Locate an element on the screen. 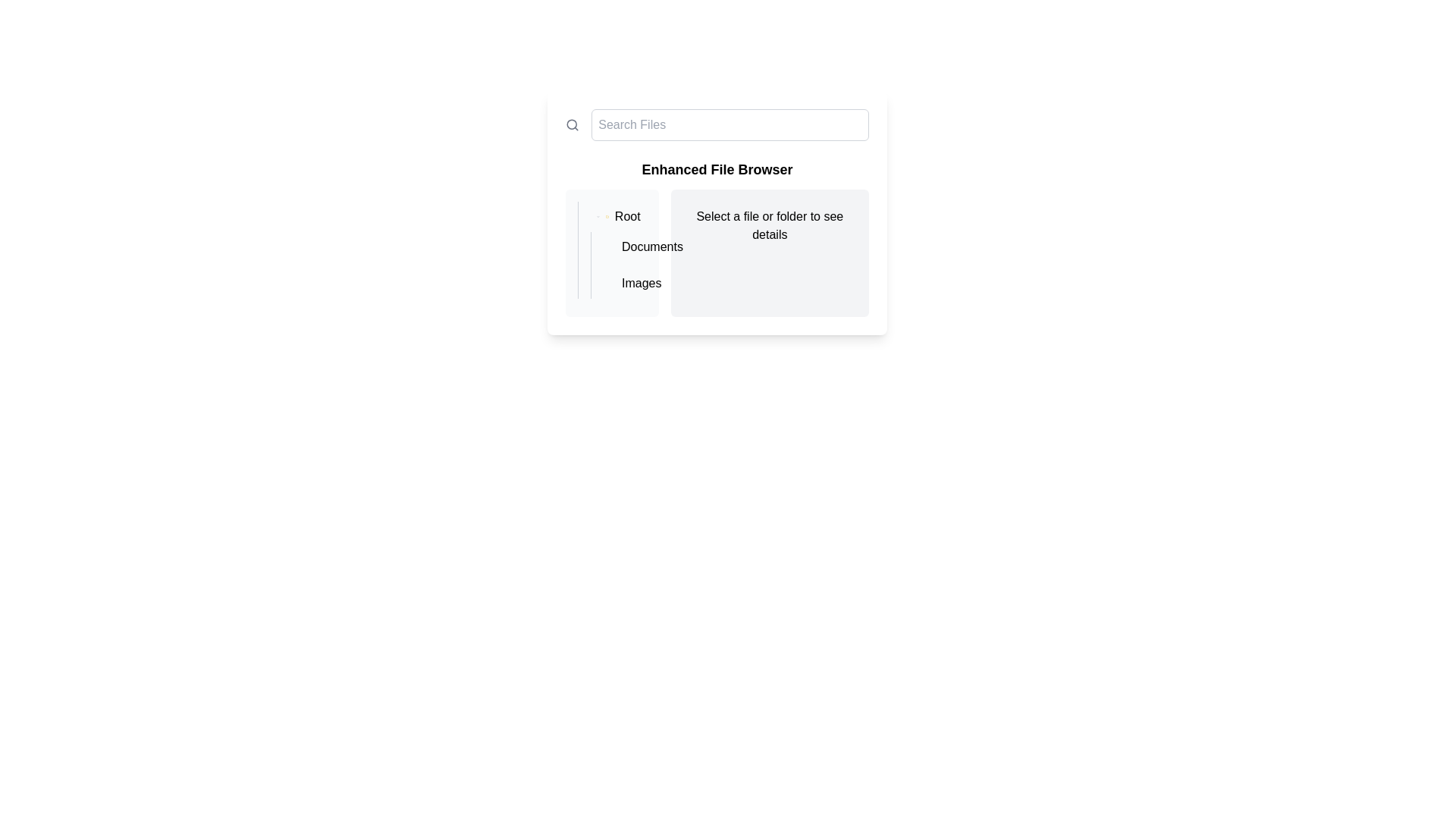 This screenshot has width=1456, height=819. the text label that prompts users to select a file or folder, located below the 'Enhanced File Browser' header is located at coordinates (770, 225).